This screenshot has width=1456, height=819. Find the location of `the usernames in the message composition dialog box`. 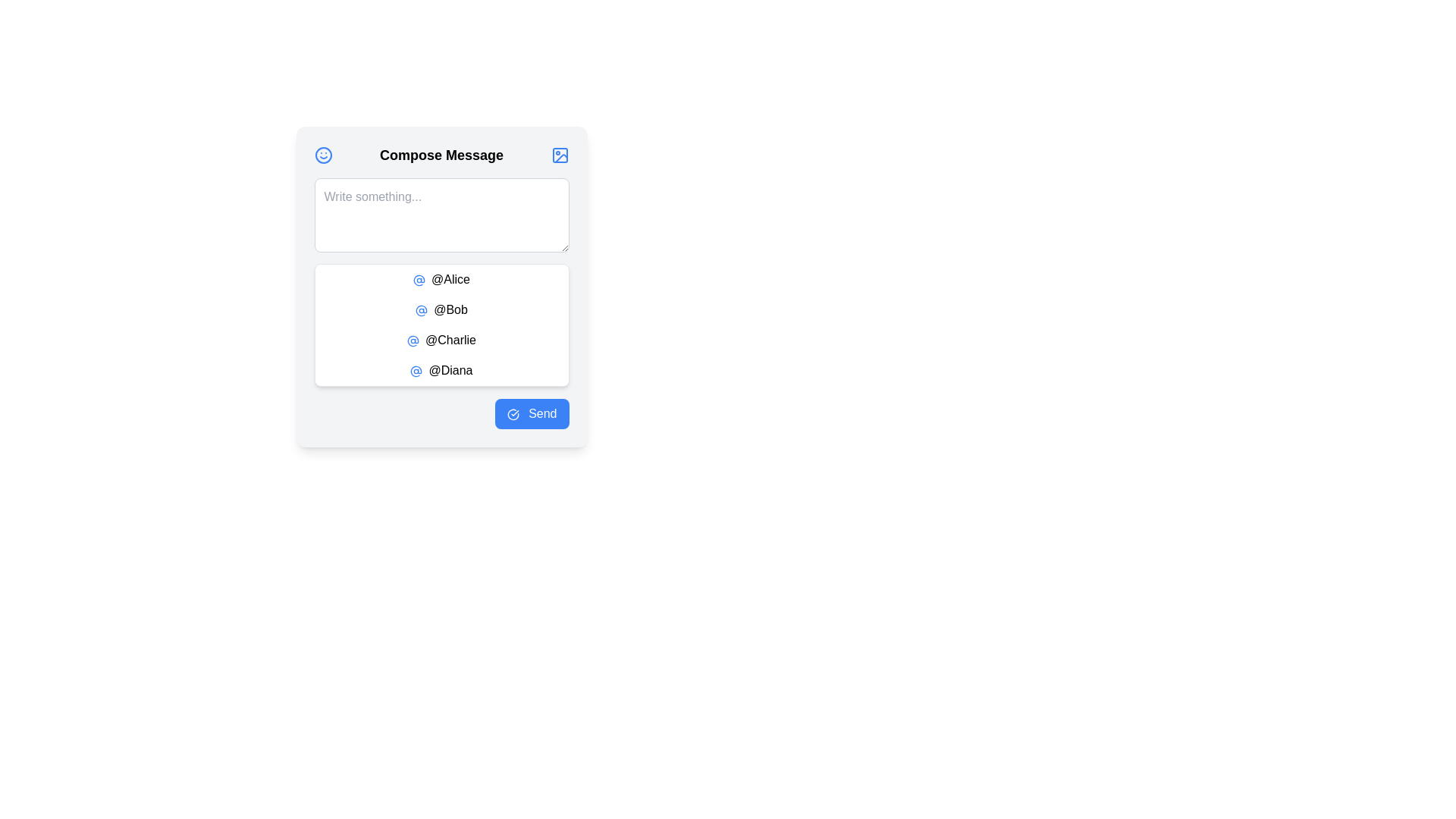

the usernames in the message composition dialog box is located at coordinates (441, 287).